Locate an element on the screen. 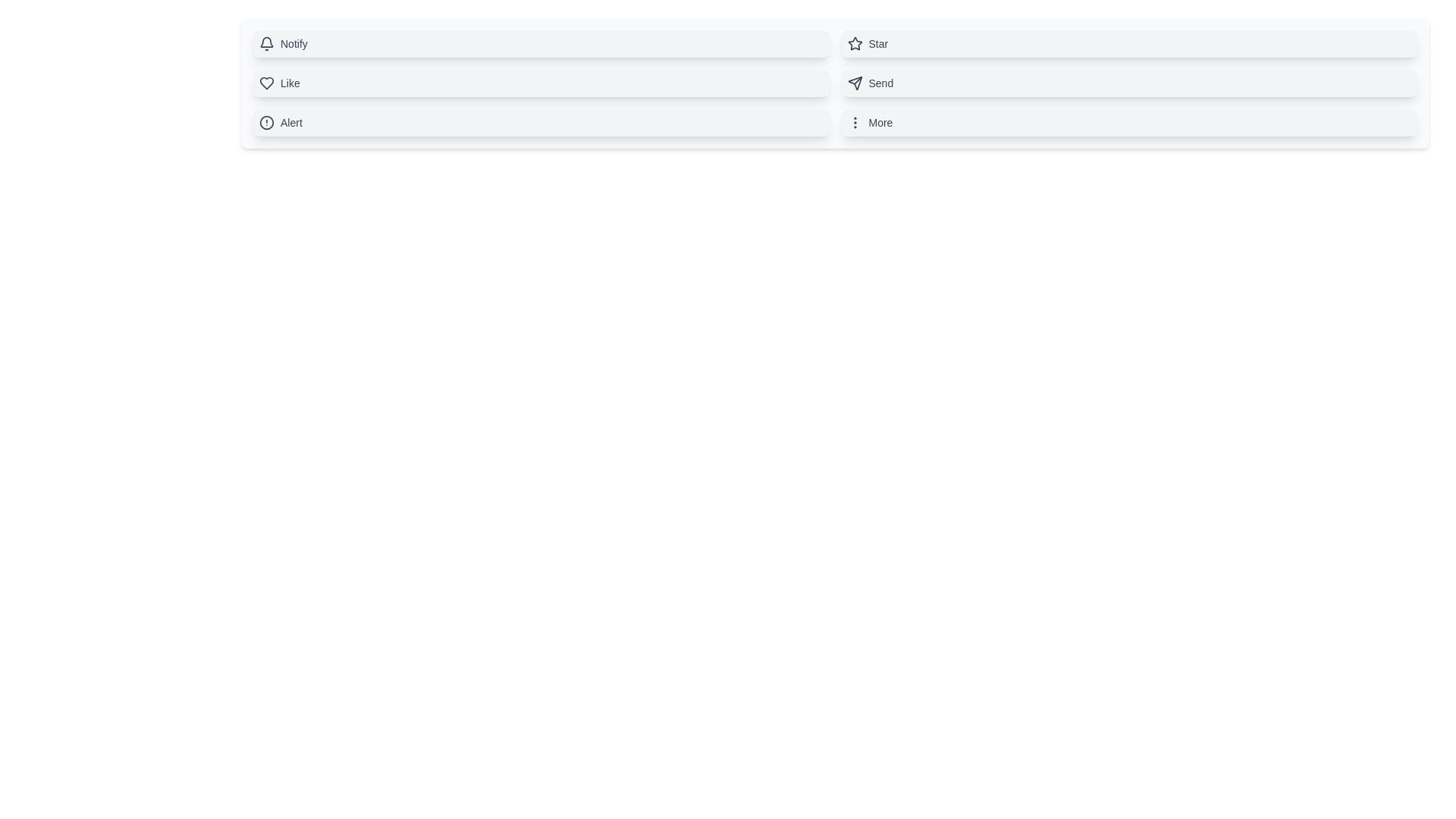  the appearance of the send button icon, which is visually indicated on the right side of the 'Send' button is located at coordinates (855, 83).